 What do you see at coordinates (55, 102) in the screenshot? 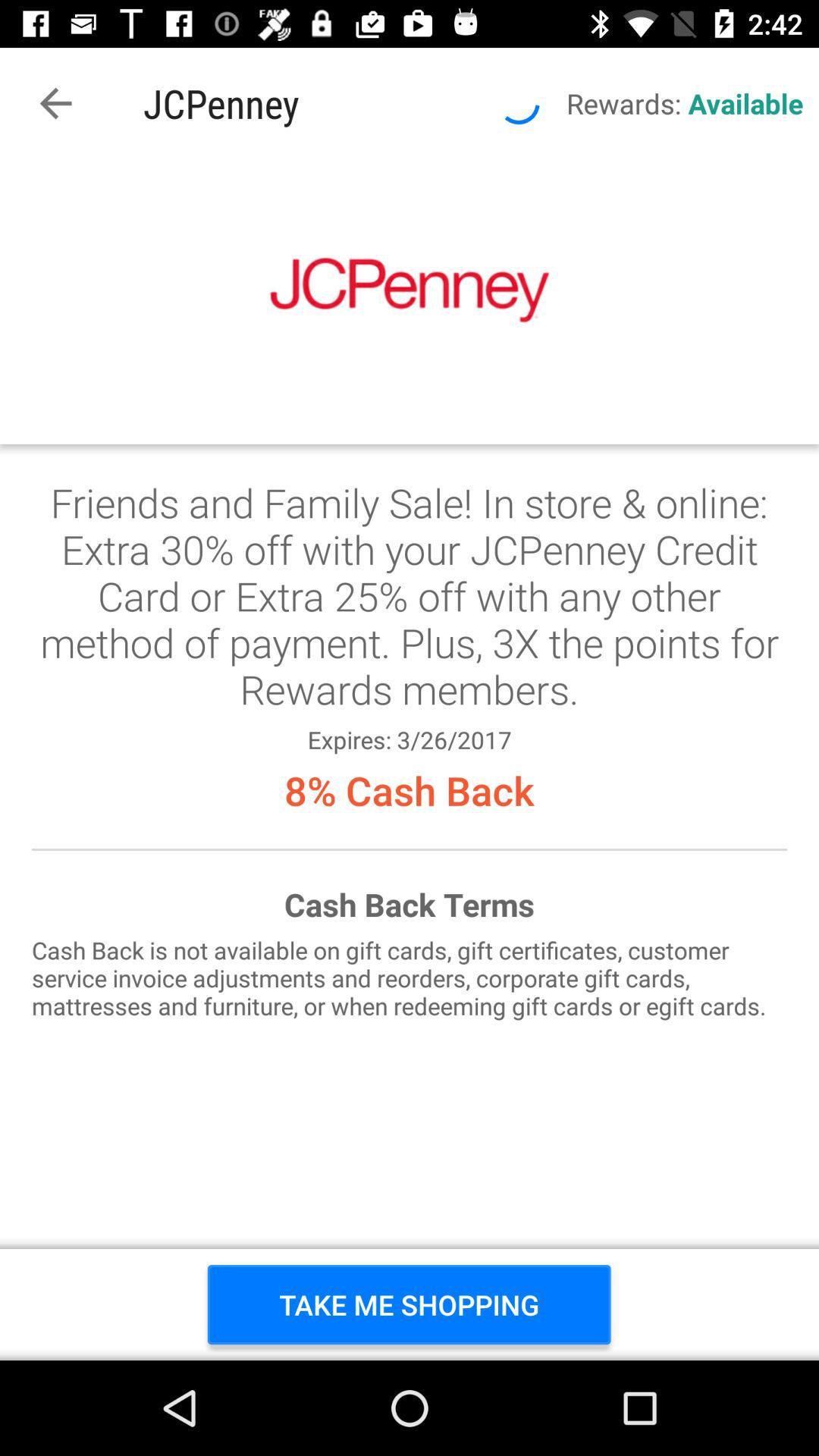
I see `the item next to jcpenney app` at bounding box center [55, 102].